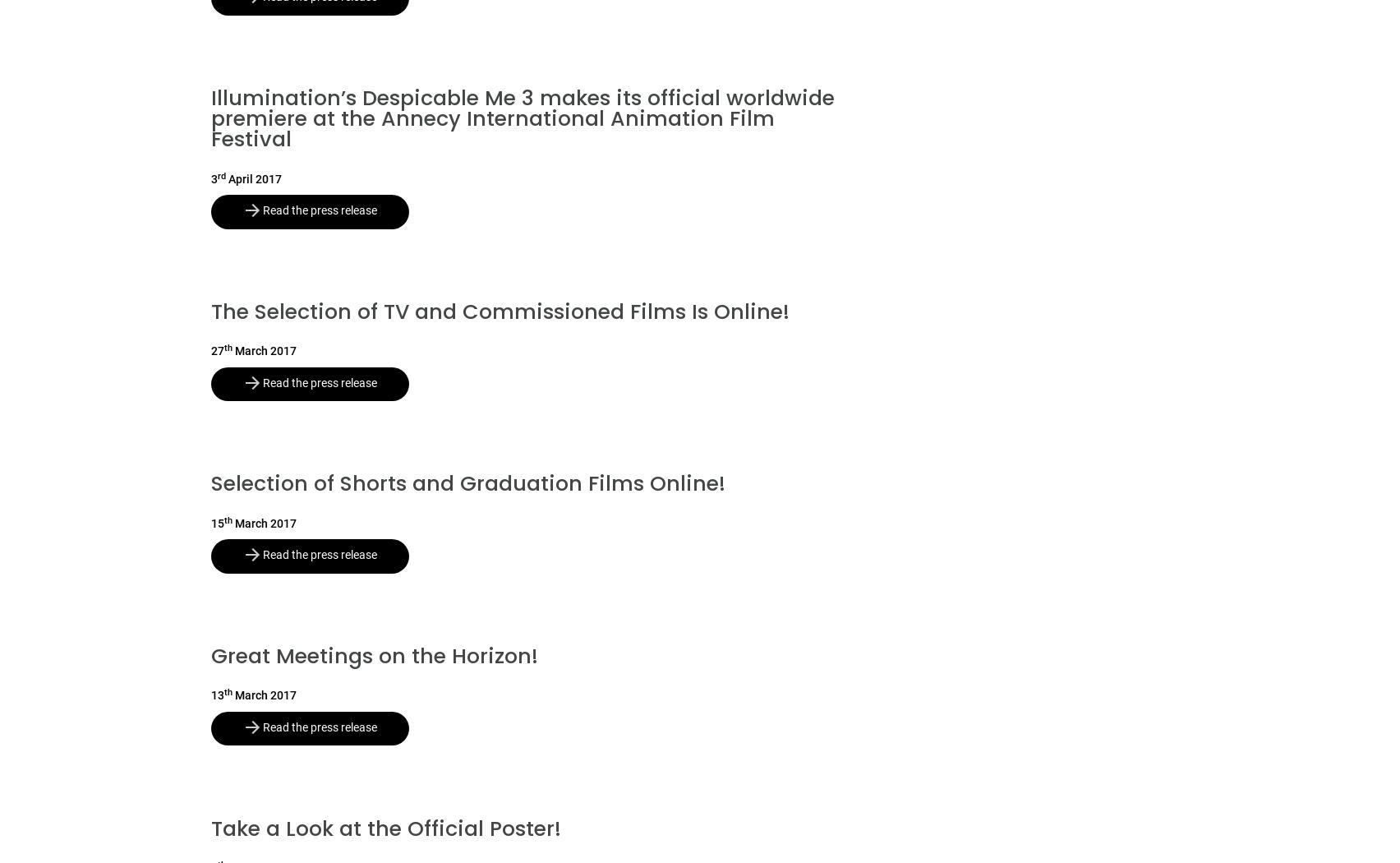 Image resolution: width=1400 pixels, height=863 pixels. What do you see at coordinates (210, 655) in the screenshot?
I see `'Great Meetings on the Horizon!'` at bounding box center [210, 655].